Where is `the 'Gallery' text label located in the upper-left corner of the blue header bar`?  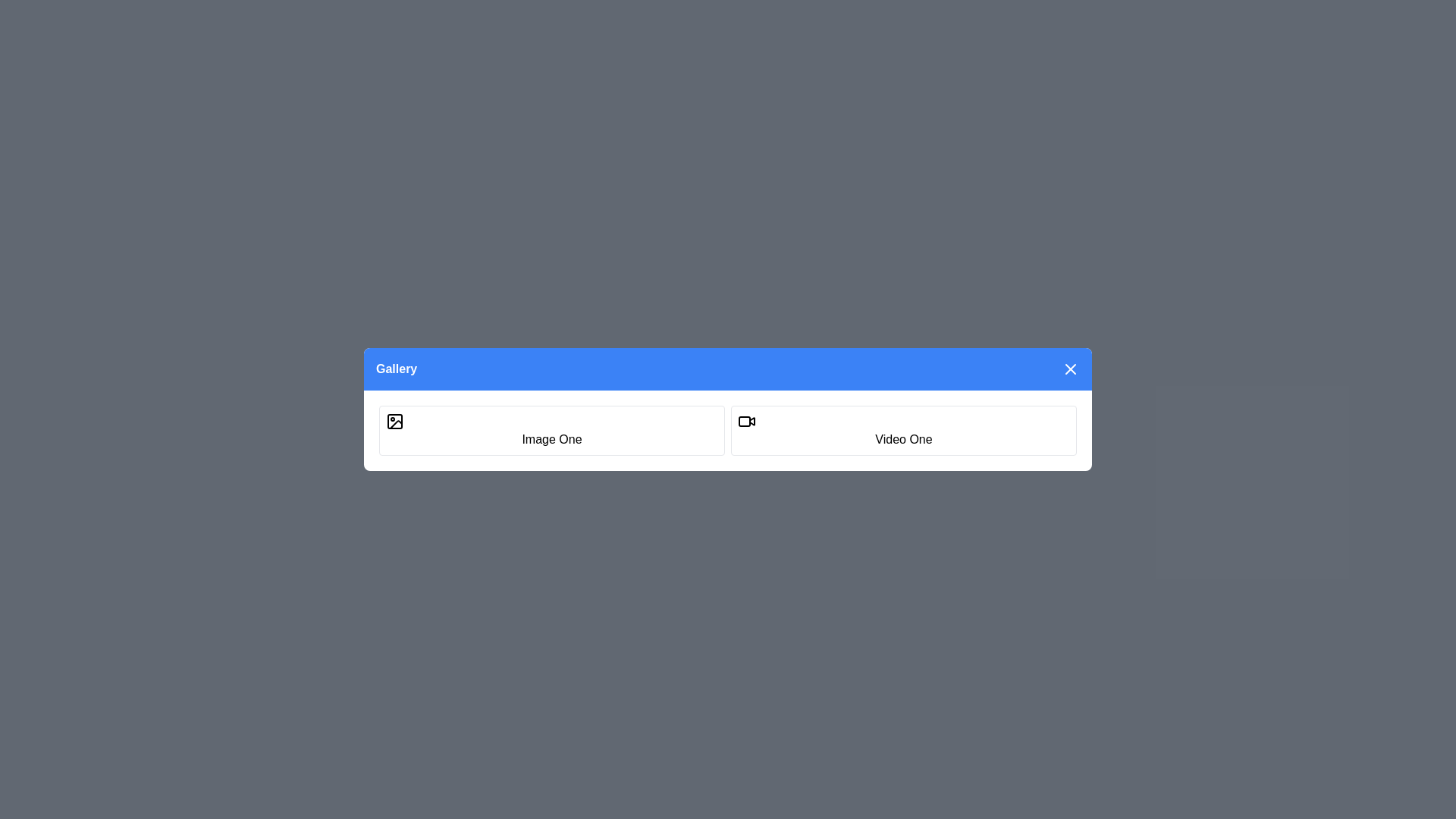 the 'Gallery' text label located in the upper-left corner of the blue header bar is located at coordinates (397, 369).